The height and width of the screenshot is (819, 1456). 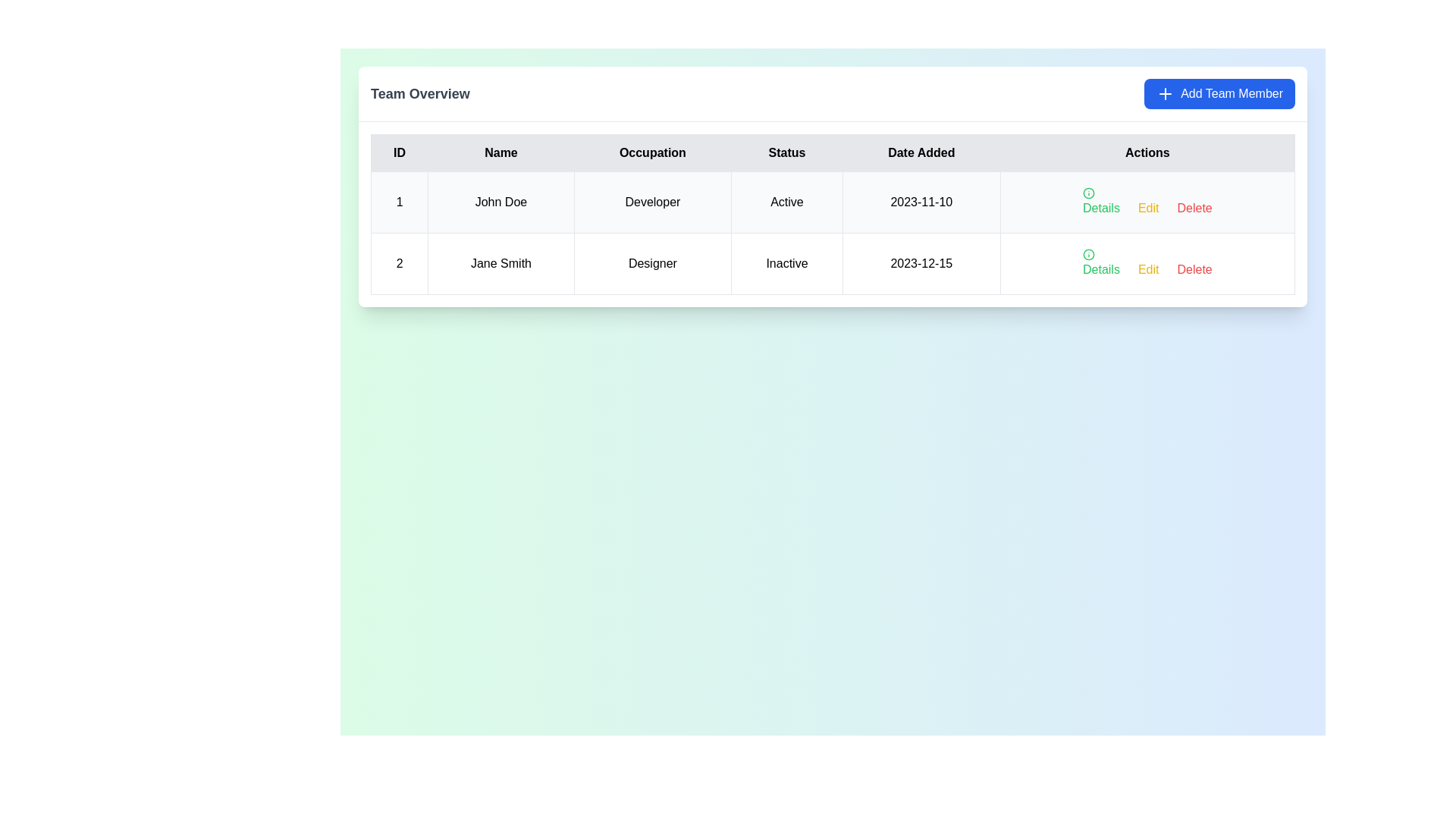 I want to click on the circular cross icon with a blue background located at the top-right corner of the page near the 'Add Team Member' button, so click(x=1165, y=93).